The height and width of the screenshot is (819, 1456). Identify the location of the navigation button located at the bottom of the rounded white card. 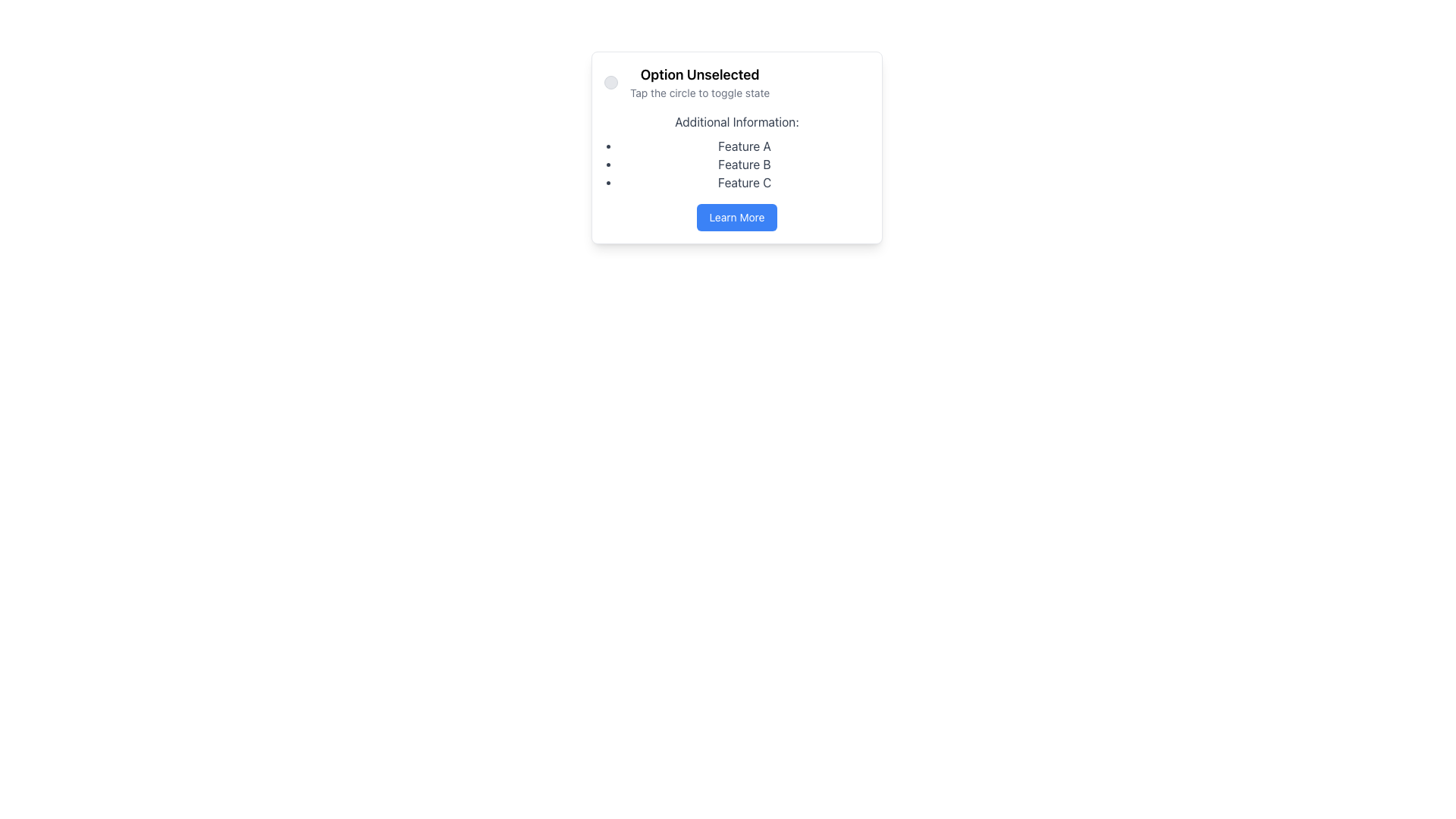
(736, 217).